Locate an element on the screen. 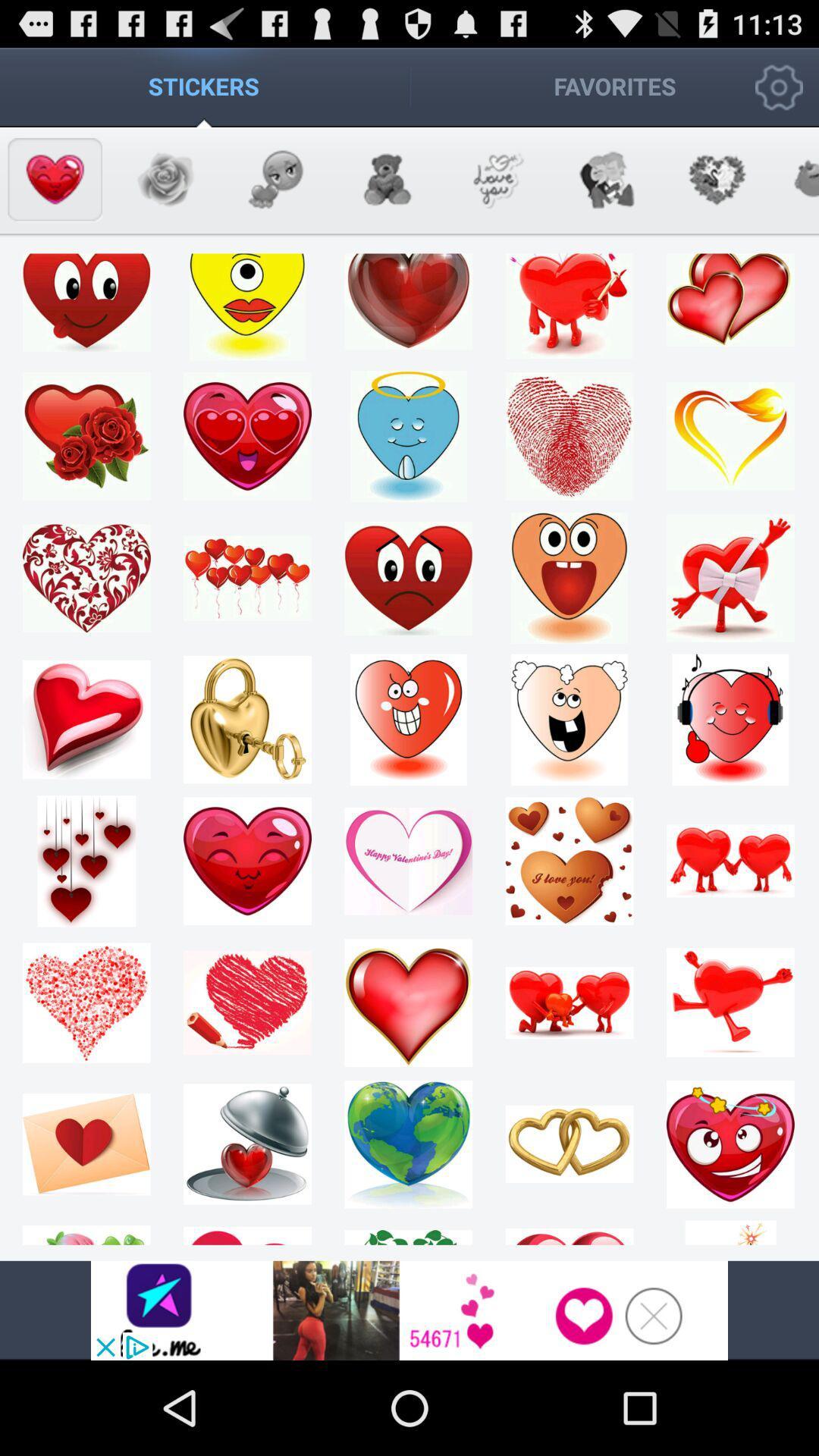 The width and height of the screenshot is (819, 1456). the favorite icon is located at coordinates (54, 192).